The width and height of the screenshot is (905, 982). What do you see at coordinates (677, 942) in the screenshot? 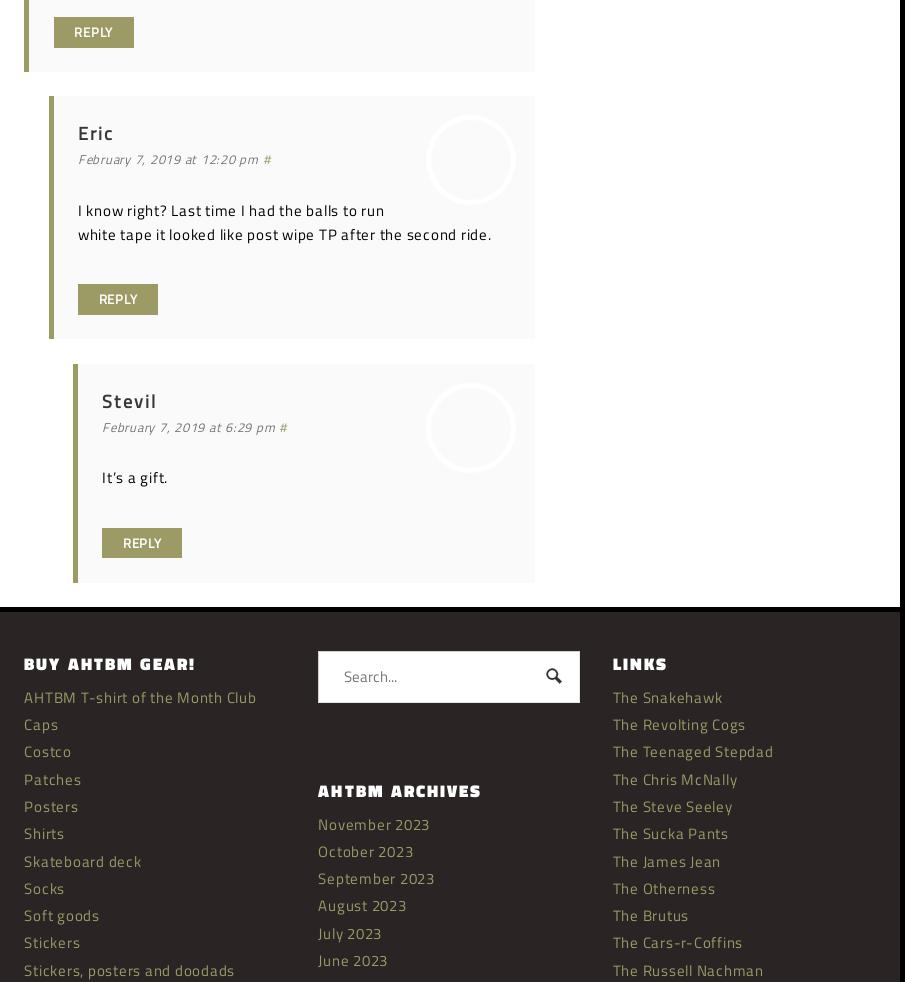
I see `'The Cars-r-Coffins'` at bounding box center [677, 942].